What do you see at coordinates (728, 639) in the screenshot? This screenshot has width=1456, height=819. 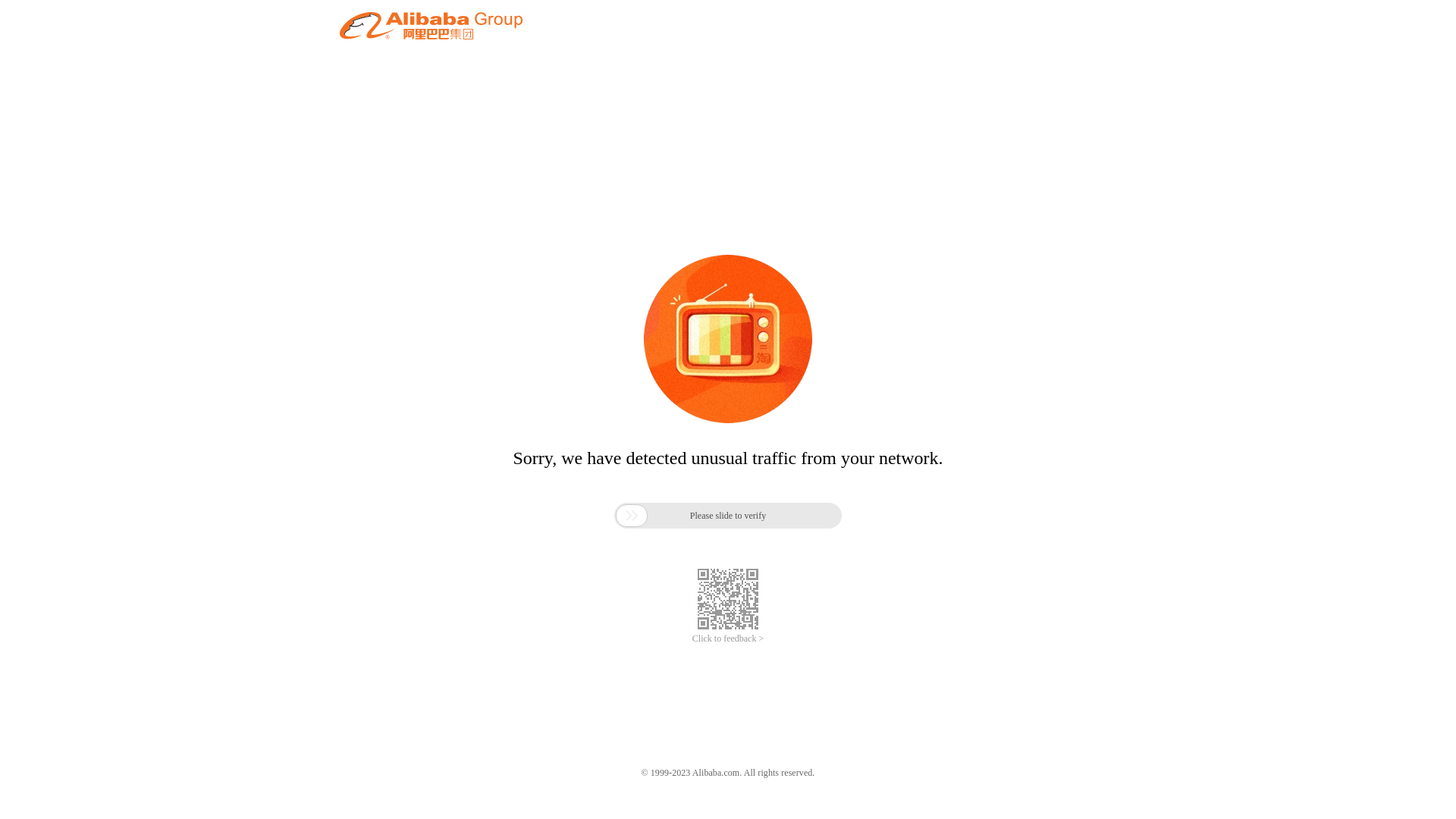 I see `'Click to feedback >'` at bounding box center [728, 639].